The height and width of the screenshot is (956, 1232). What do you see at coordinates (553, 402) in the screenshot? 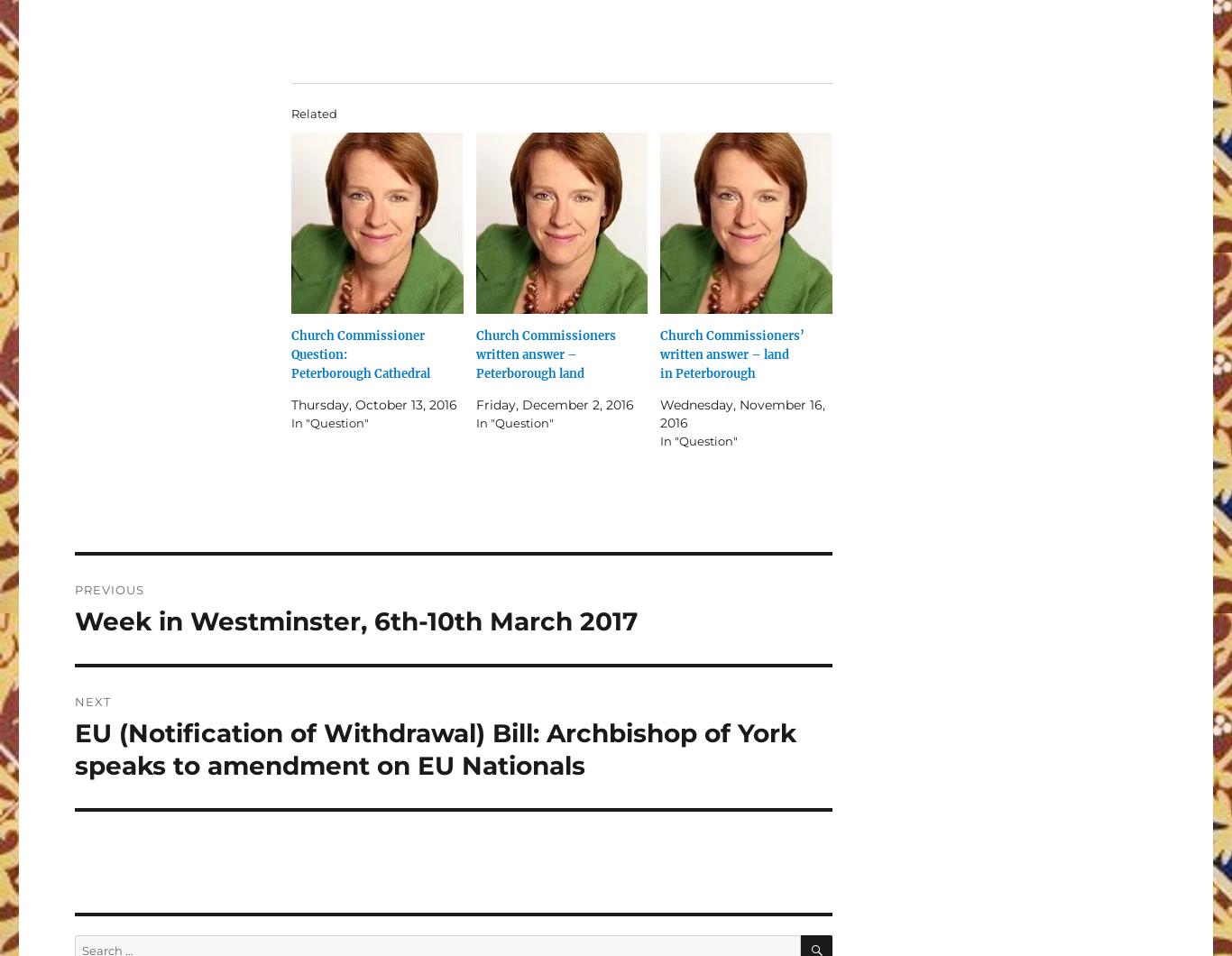
I see `'Friday, December 2, 2016'` at bounding box center [553, 402].